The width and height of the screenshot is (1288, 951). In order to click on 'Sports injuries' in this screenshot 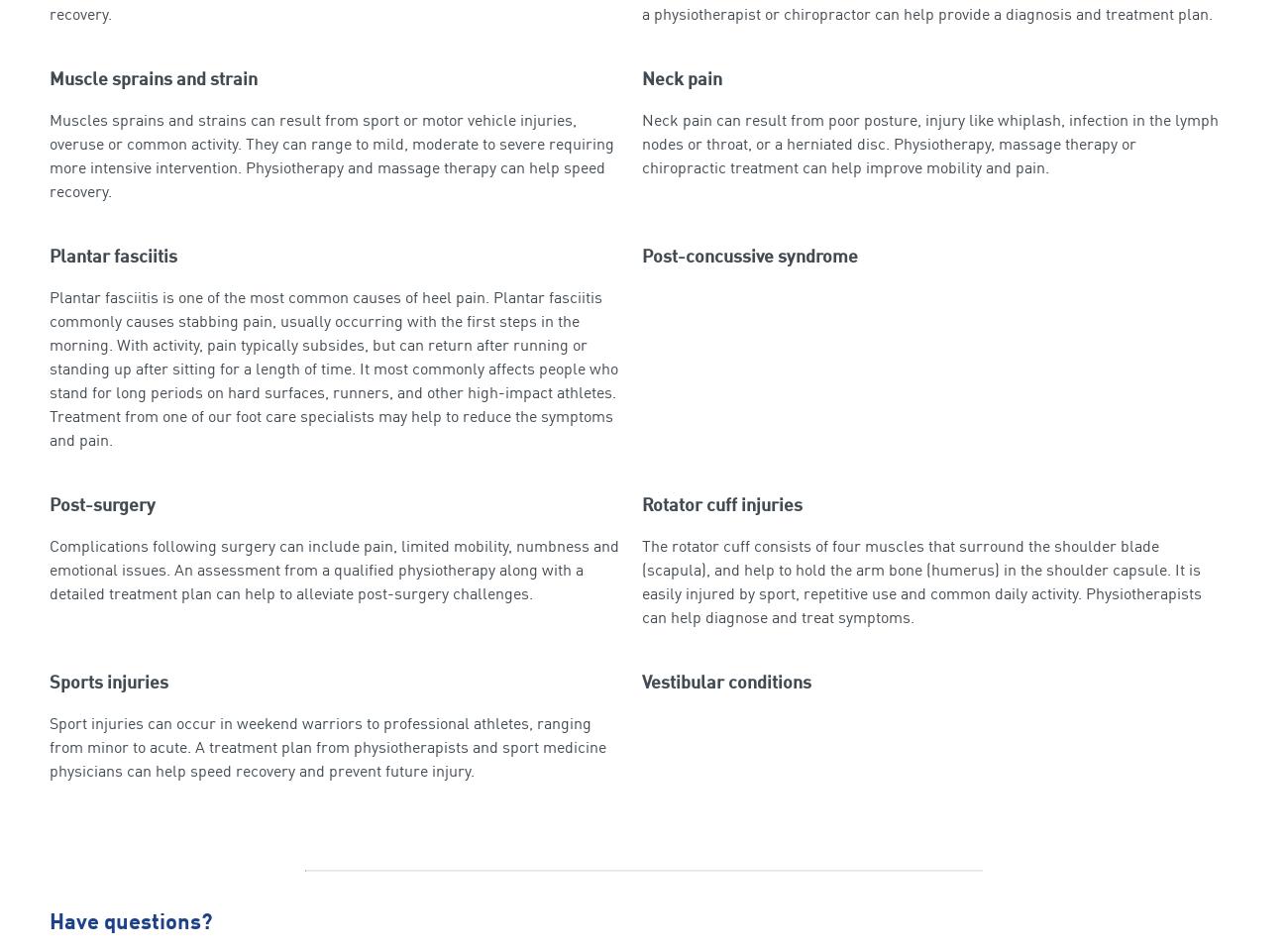, I will do `click(107, 682)`.